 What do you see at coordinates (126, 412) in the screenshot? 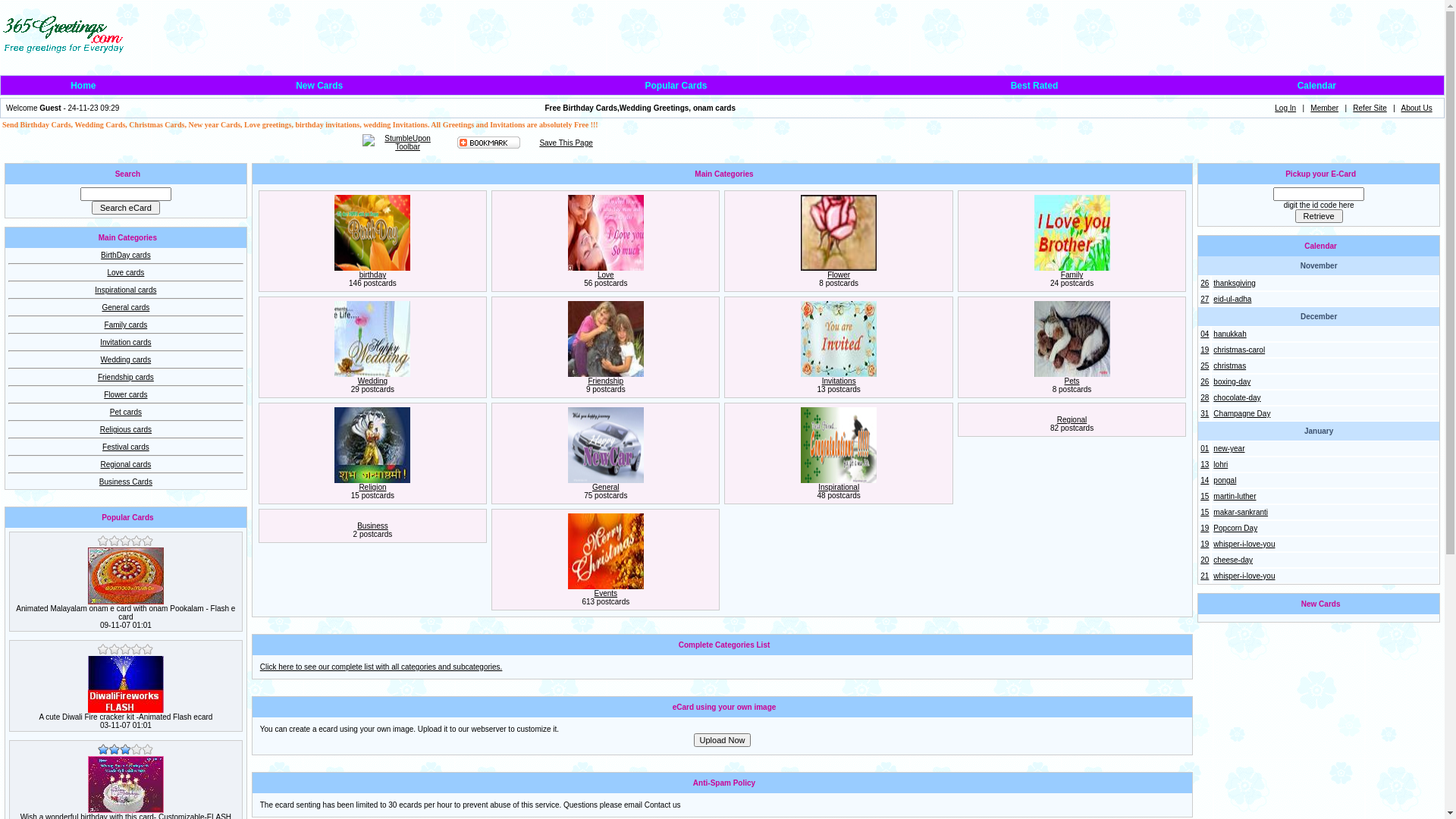
I see `'Pet cards'` at bounding box center [126, 412].